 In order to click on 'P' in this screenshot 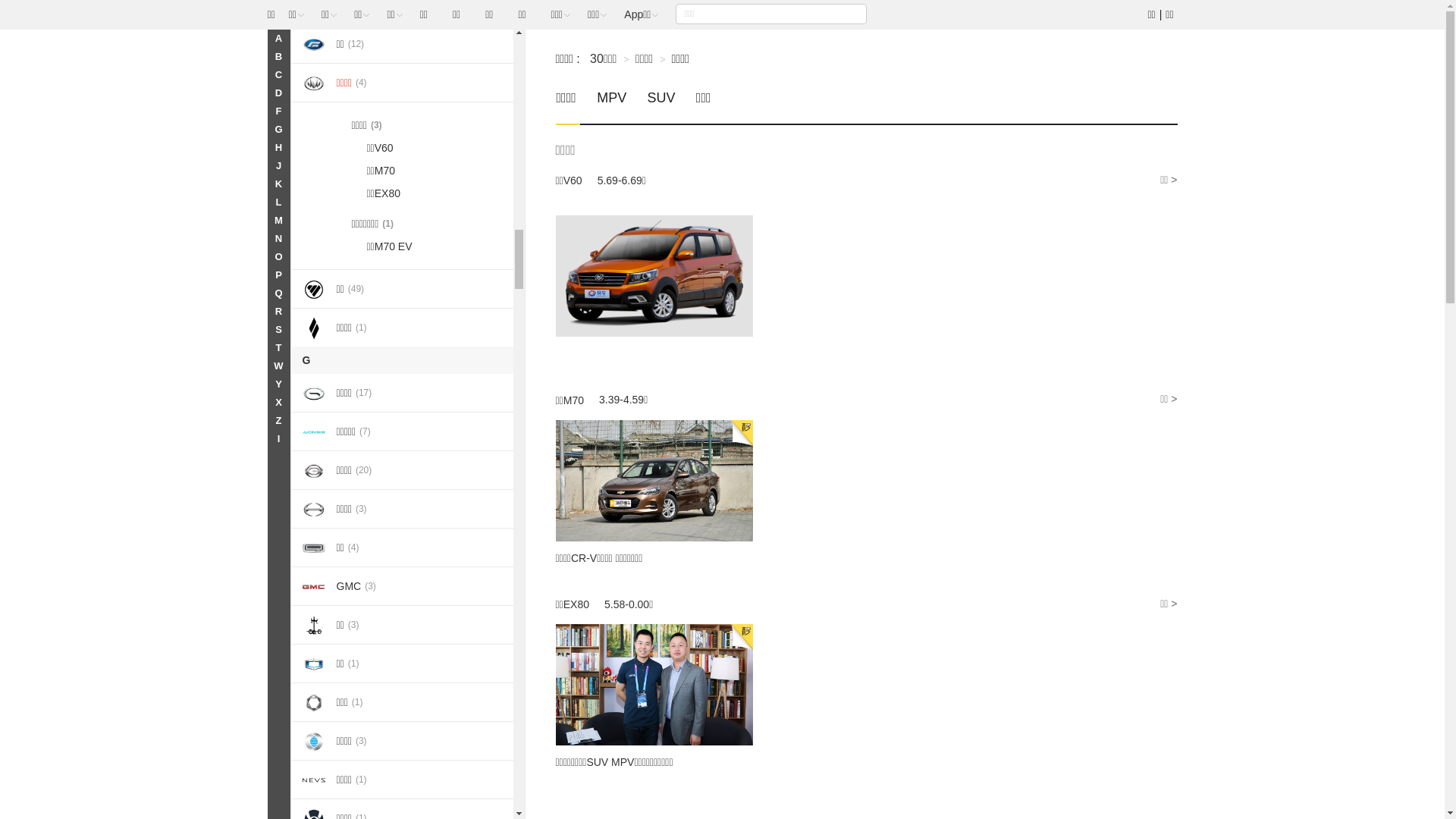, I will do `click(278, 275)`.